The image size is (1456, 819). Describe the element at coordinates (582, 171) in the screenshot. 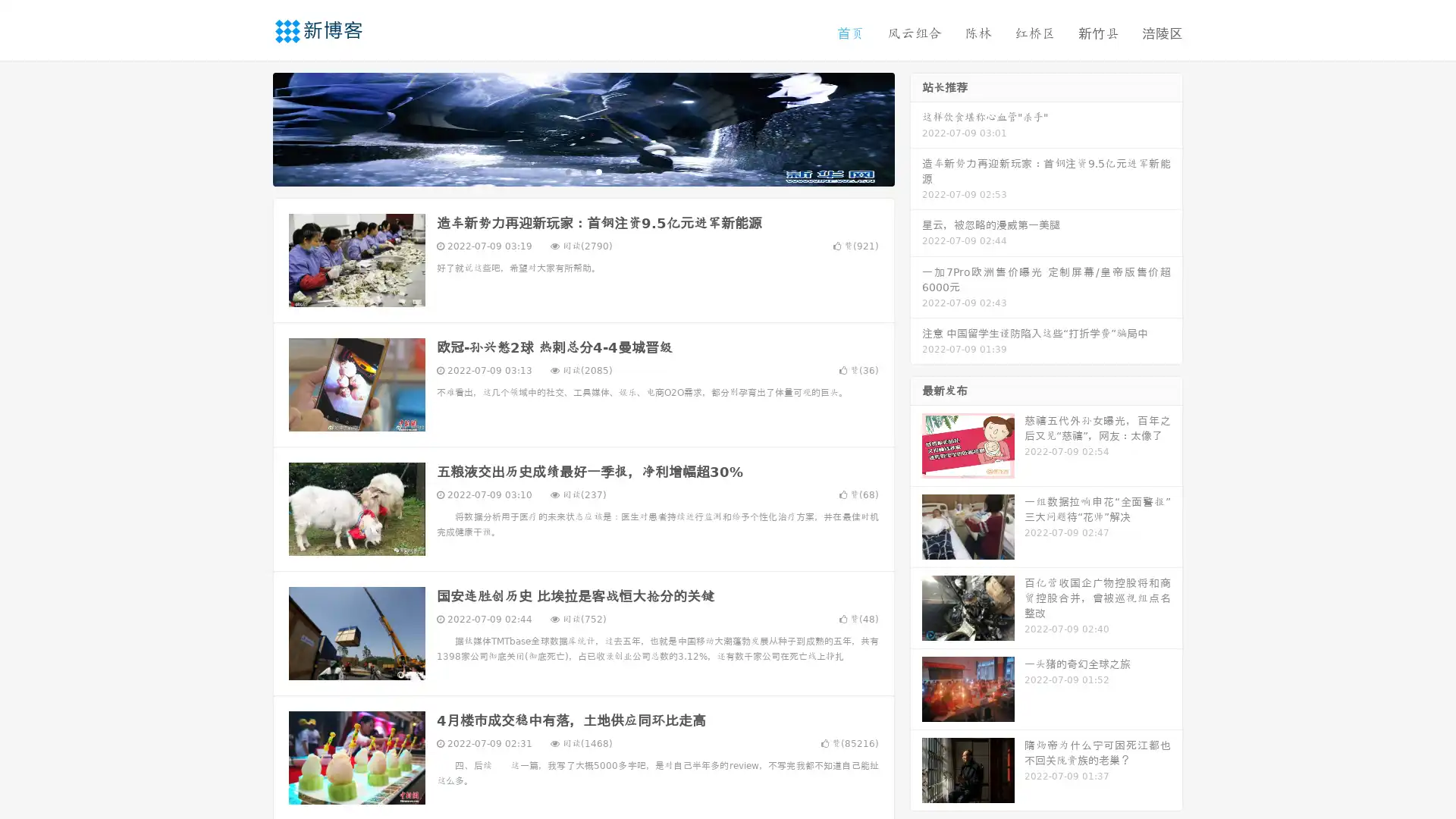

I see `Go to slide 2` at that location.